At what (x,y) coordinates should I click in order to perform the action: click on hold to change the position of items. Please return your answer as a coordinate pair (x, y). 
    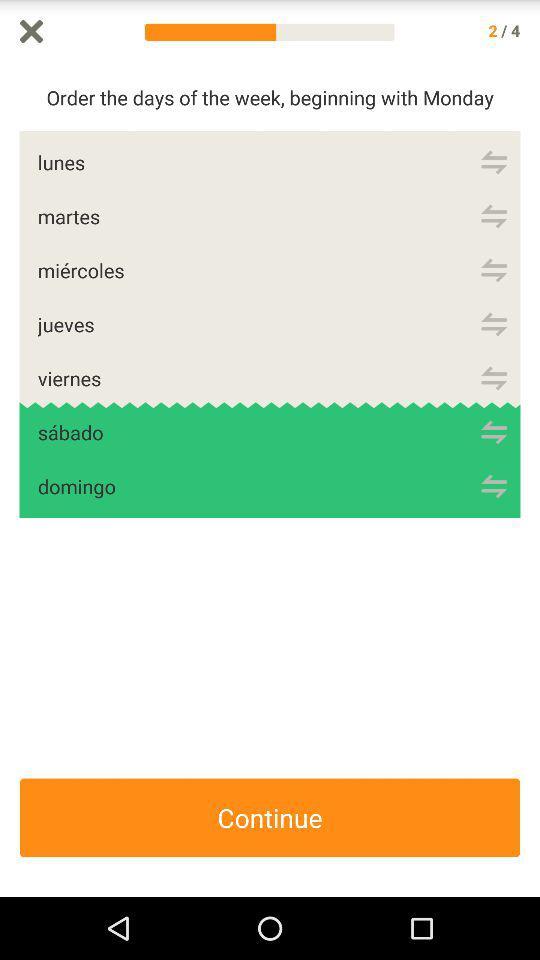
    Looking at the image, I should click on (493, 269).